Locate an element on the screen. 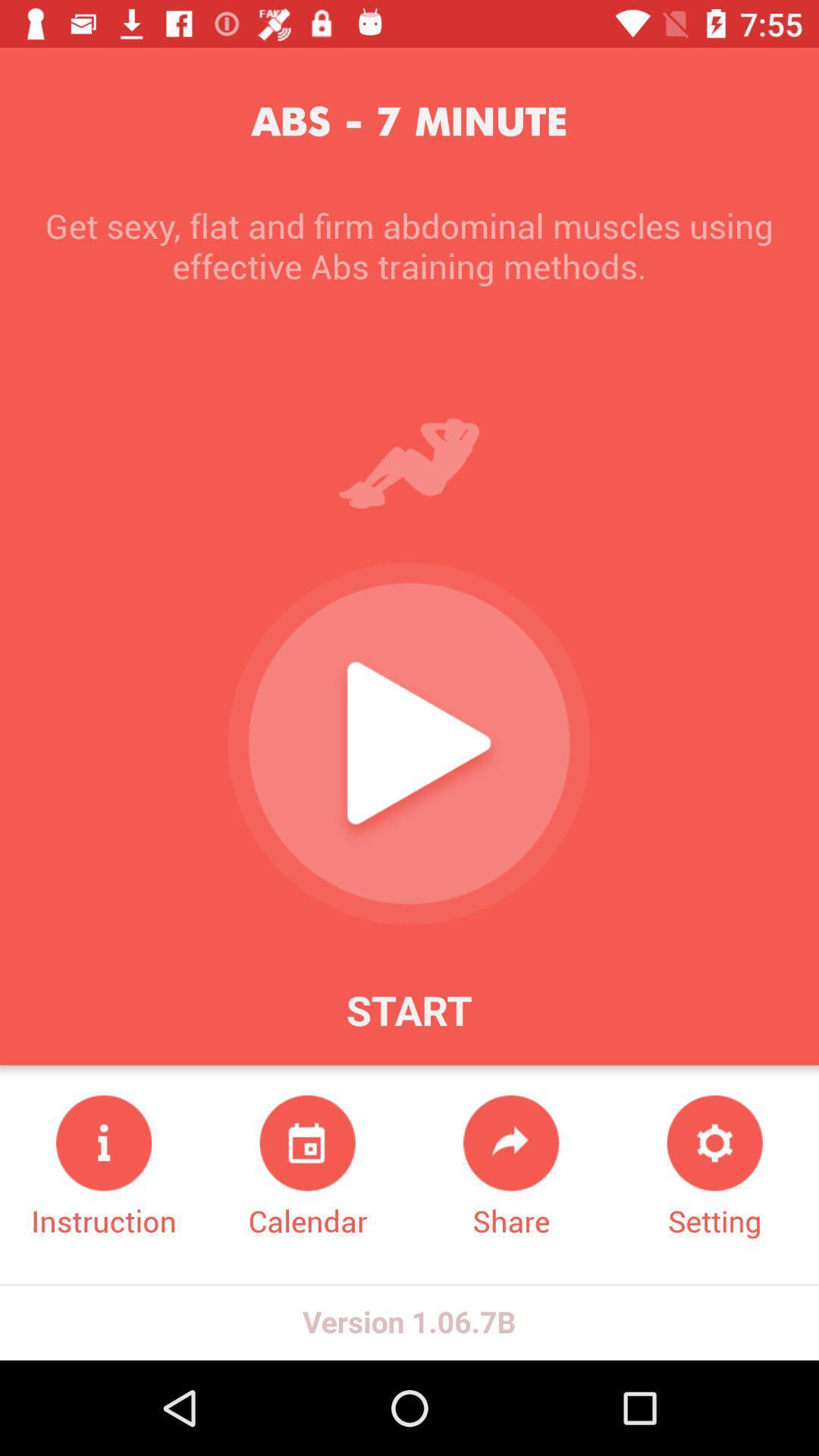  play is located at coordinates (408, 743).